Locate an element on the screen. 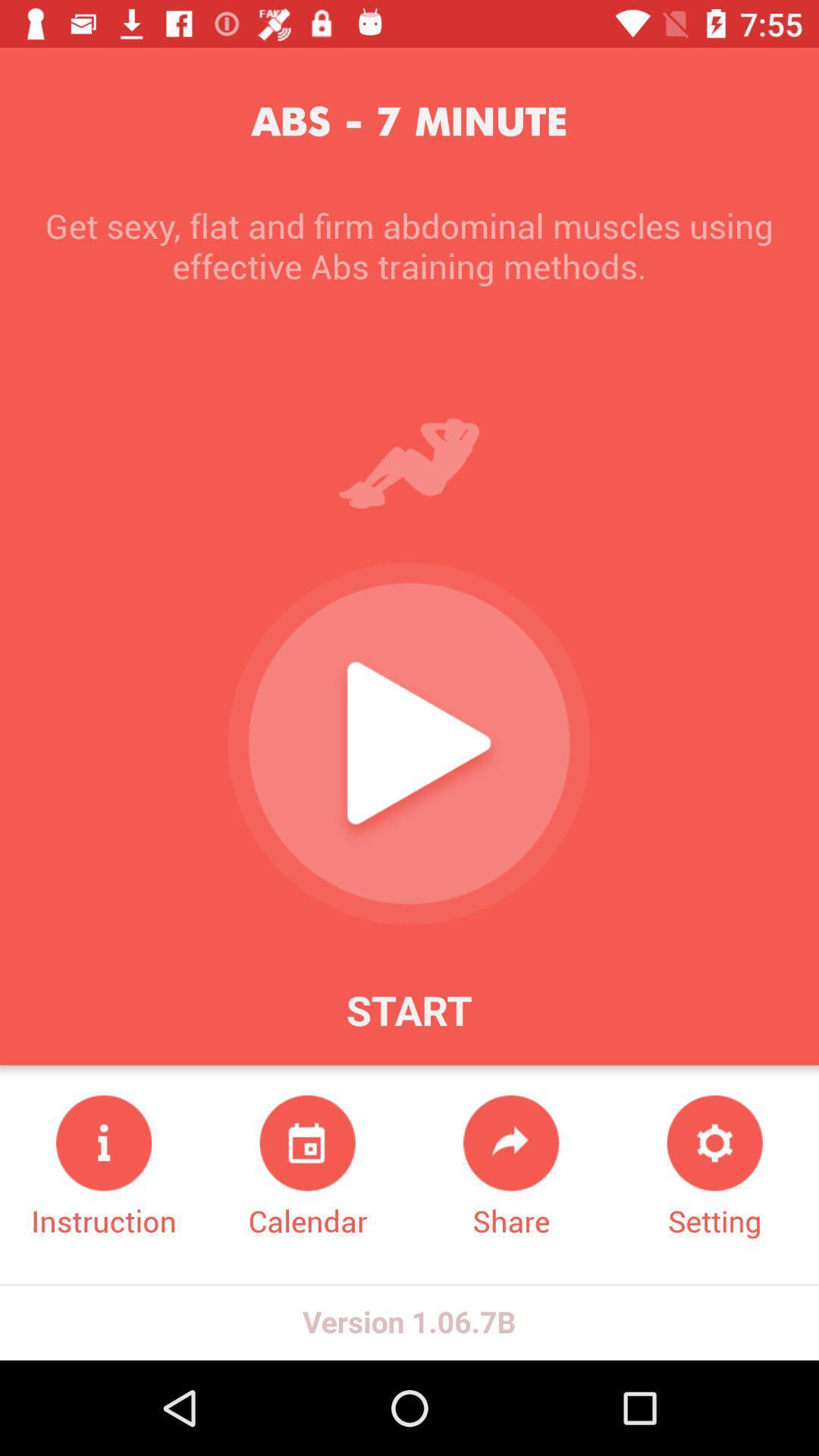  play is located at coordinates (408, 743).